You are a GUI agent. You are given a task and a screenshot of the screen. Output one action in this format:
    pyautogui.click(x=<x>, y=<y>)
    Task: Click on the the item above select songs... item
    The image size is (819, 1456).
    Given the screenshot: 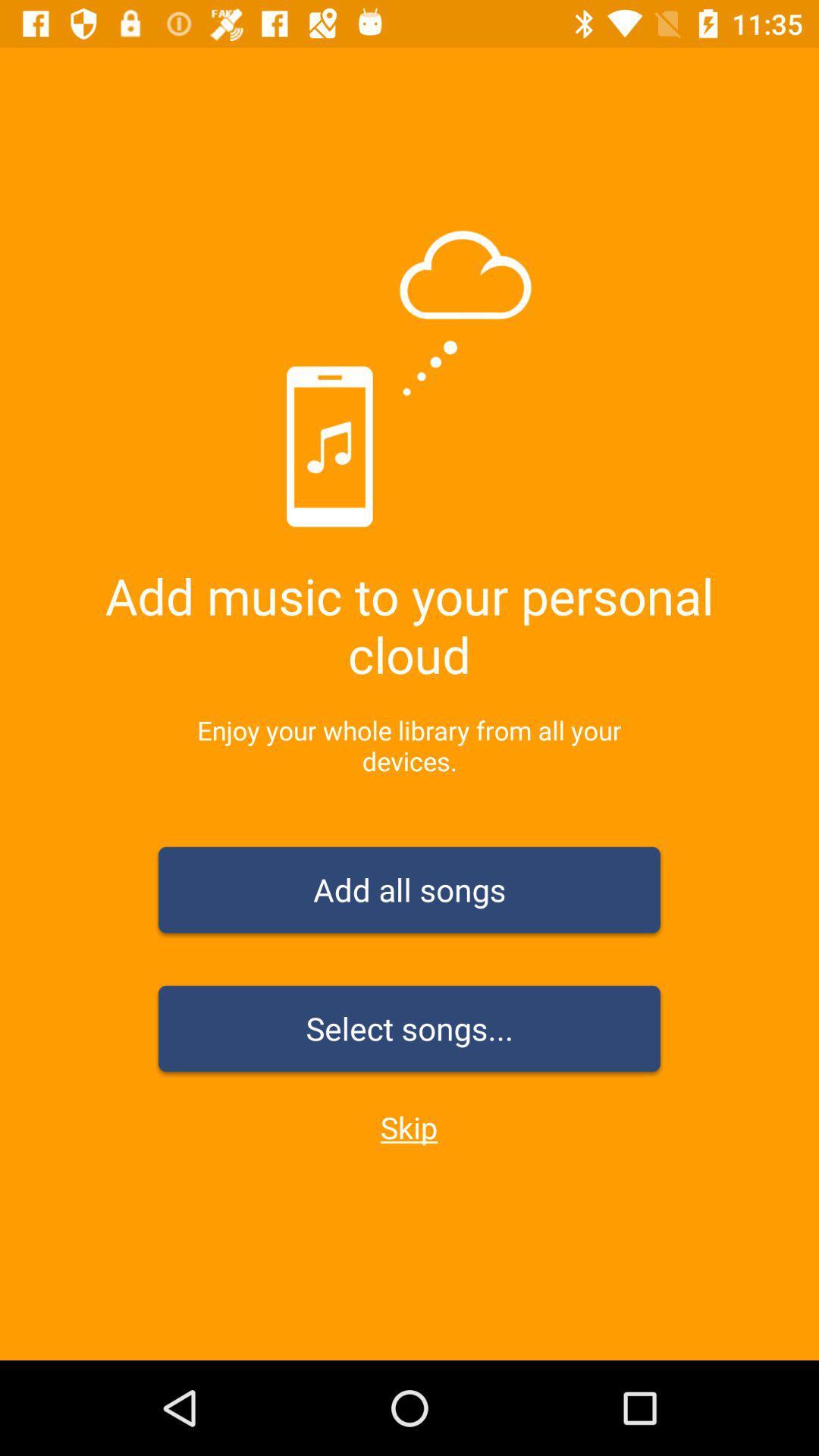 What is the action you would take?
    pyautogui.click(x=409, y=893)
    